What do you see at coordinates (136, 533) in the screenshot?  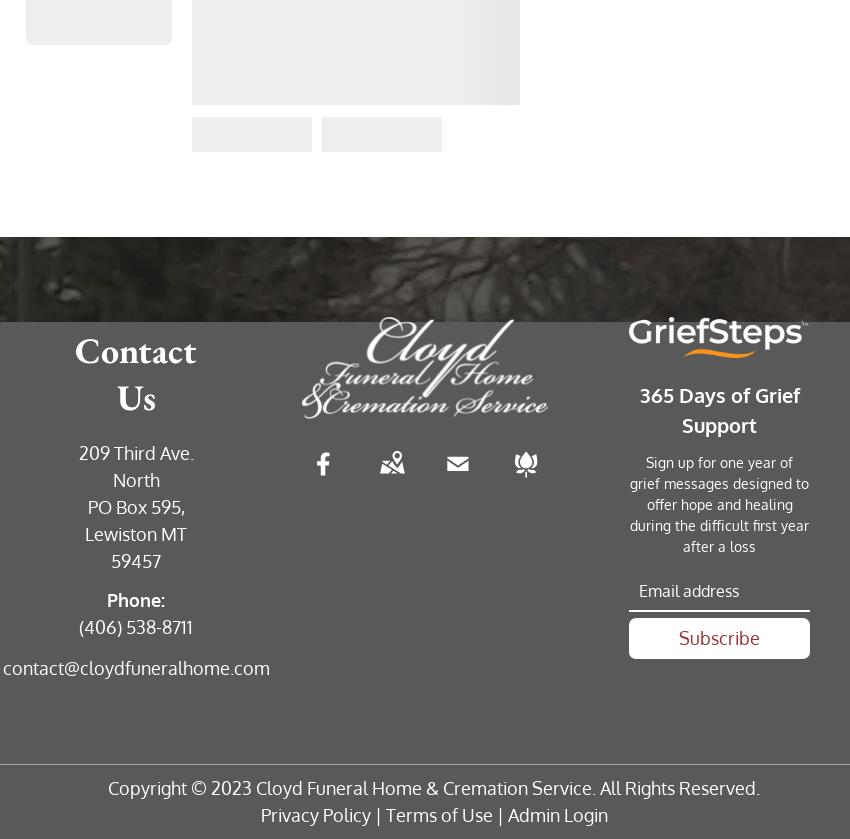 I see `'PO Box 595, Lewiston MT 59457'` at bounding box center [136, 533].